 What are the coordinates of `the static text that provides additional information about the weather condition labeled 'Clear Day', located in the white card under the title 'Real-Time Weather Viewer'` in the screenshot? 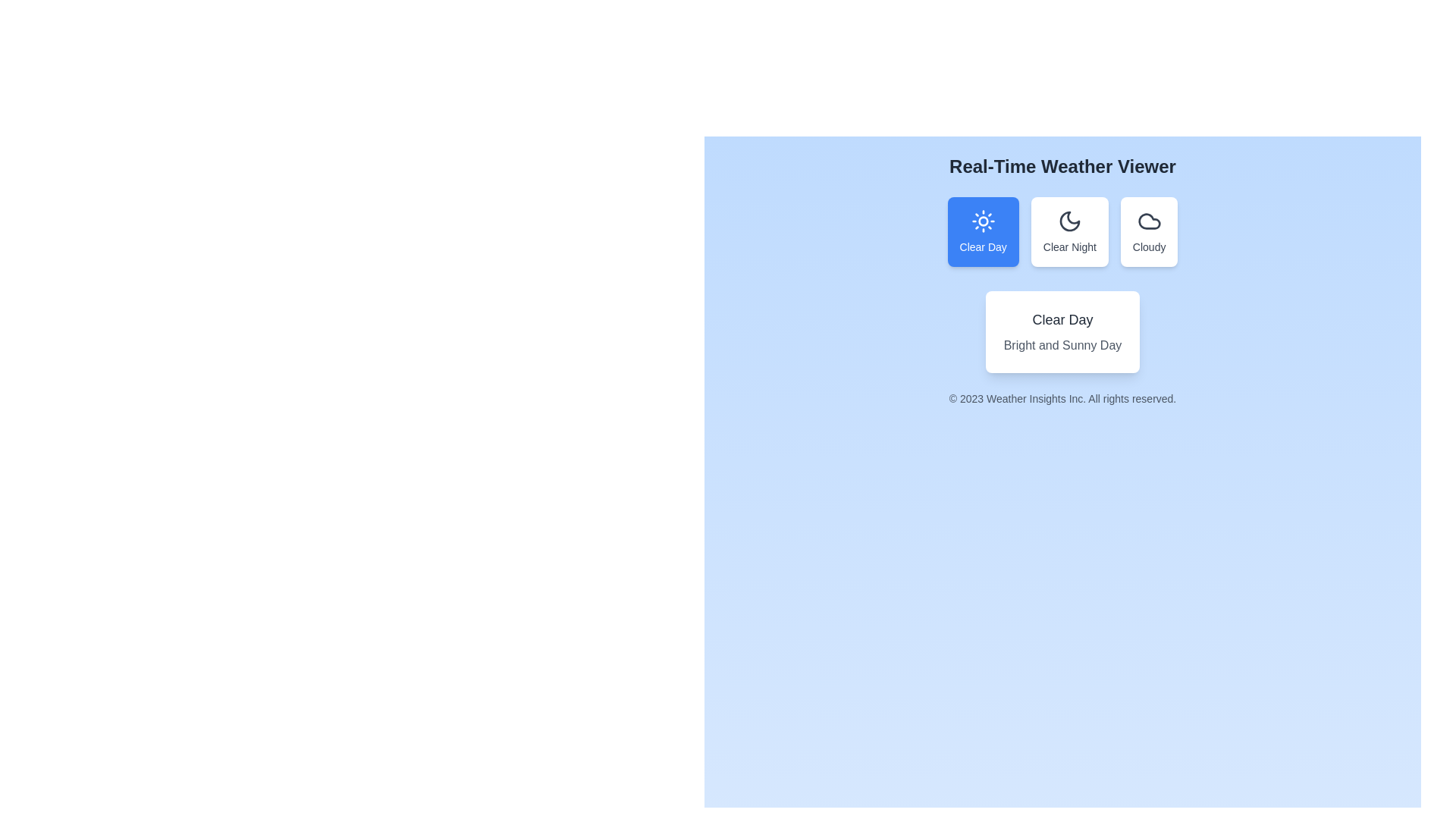 It's located at (1062, 345).